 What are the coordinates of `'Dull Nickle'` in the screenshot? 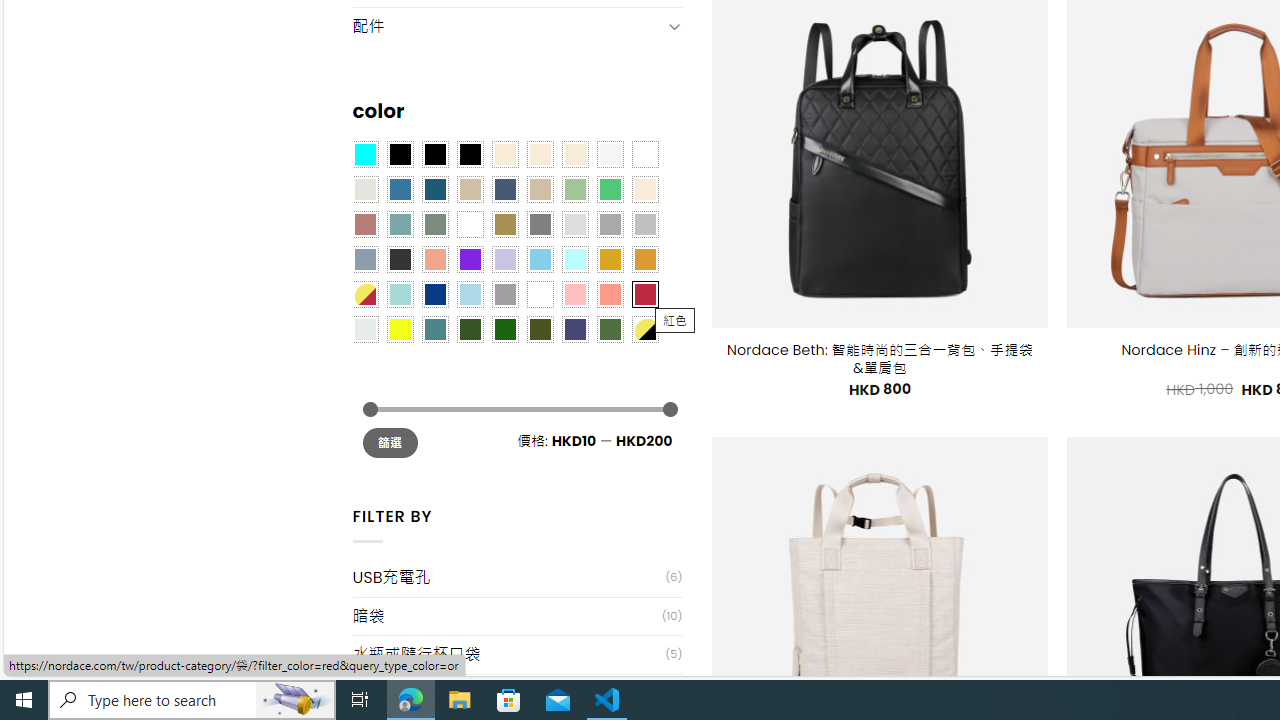 It's located at (364, 328).